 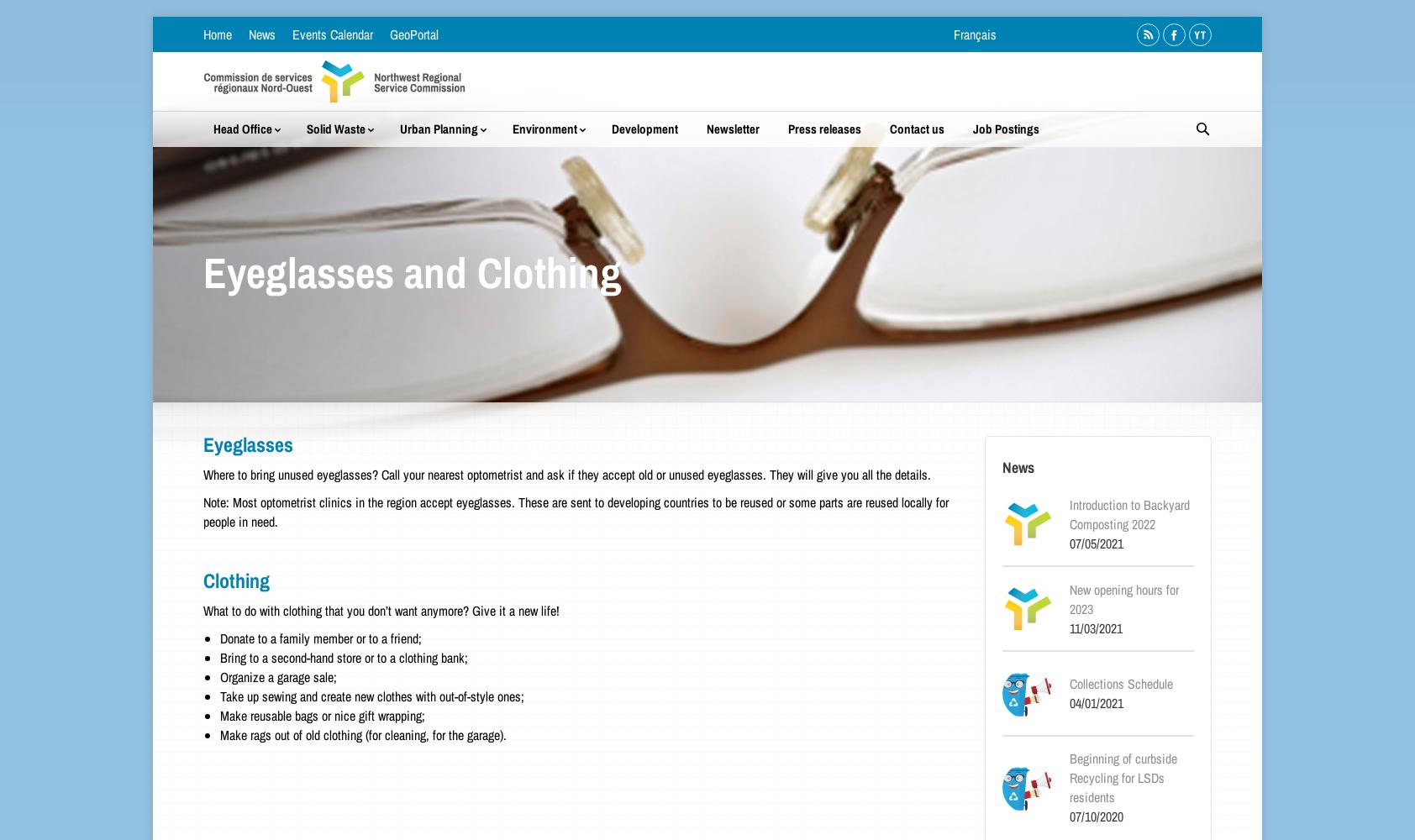 What do you see at coordinates (644, 129) in the screenshot?
I see `'Development'` at bounding box center [644, 129].